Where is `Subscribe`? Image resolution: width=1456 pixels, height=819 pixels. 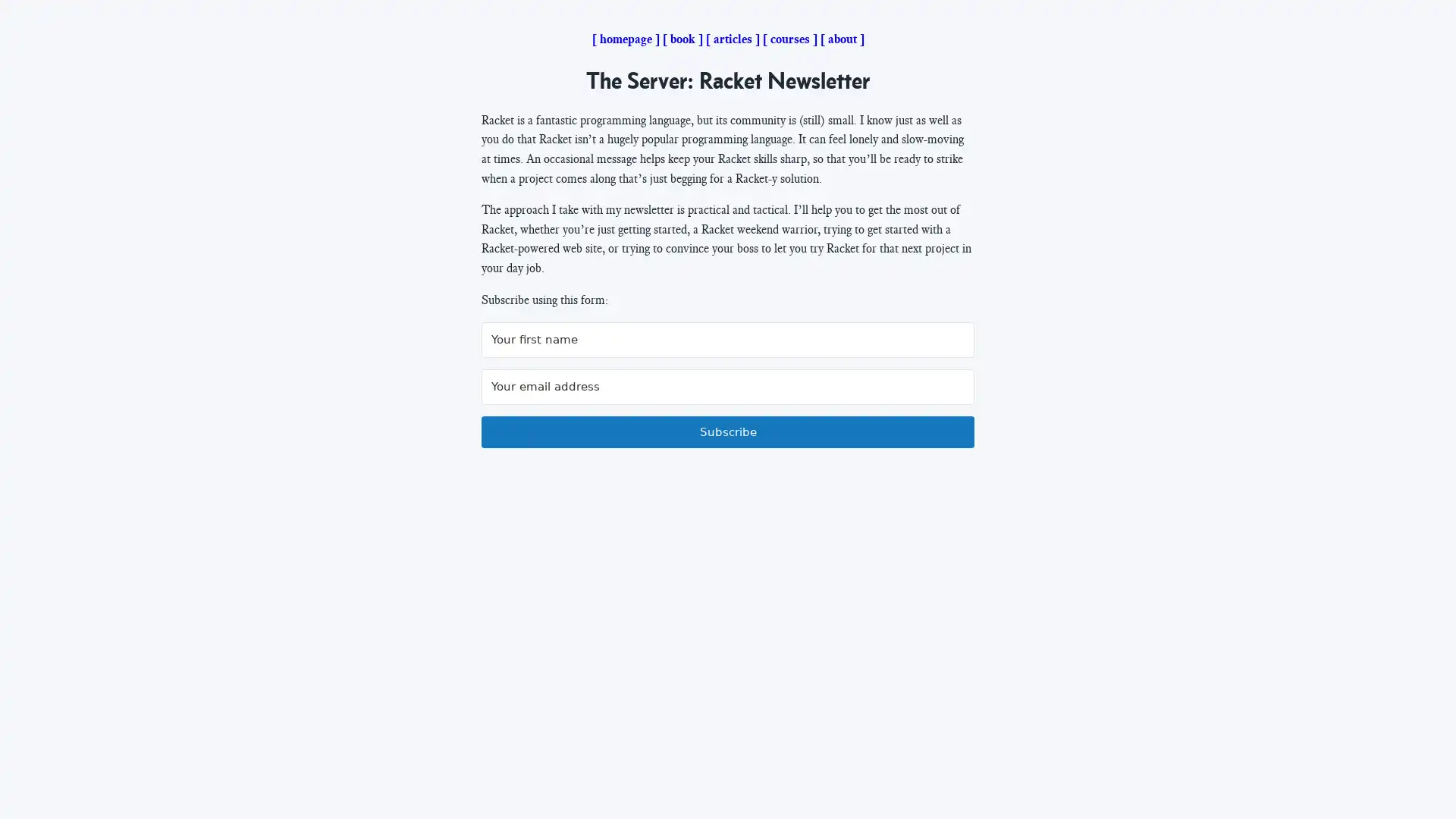 Subscribe is located at coordinates (728, 432).